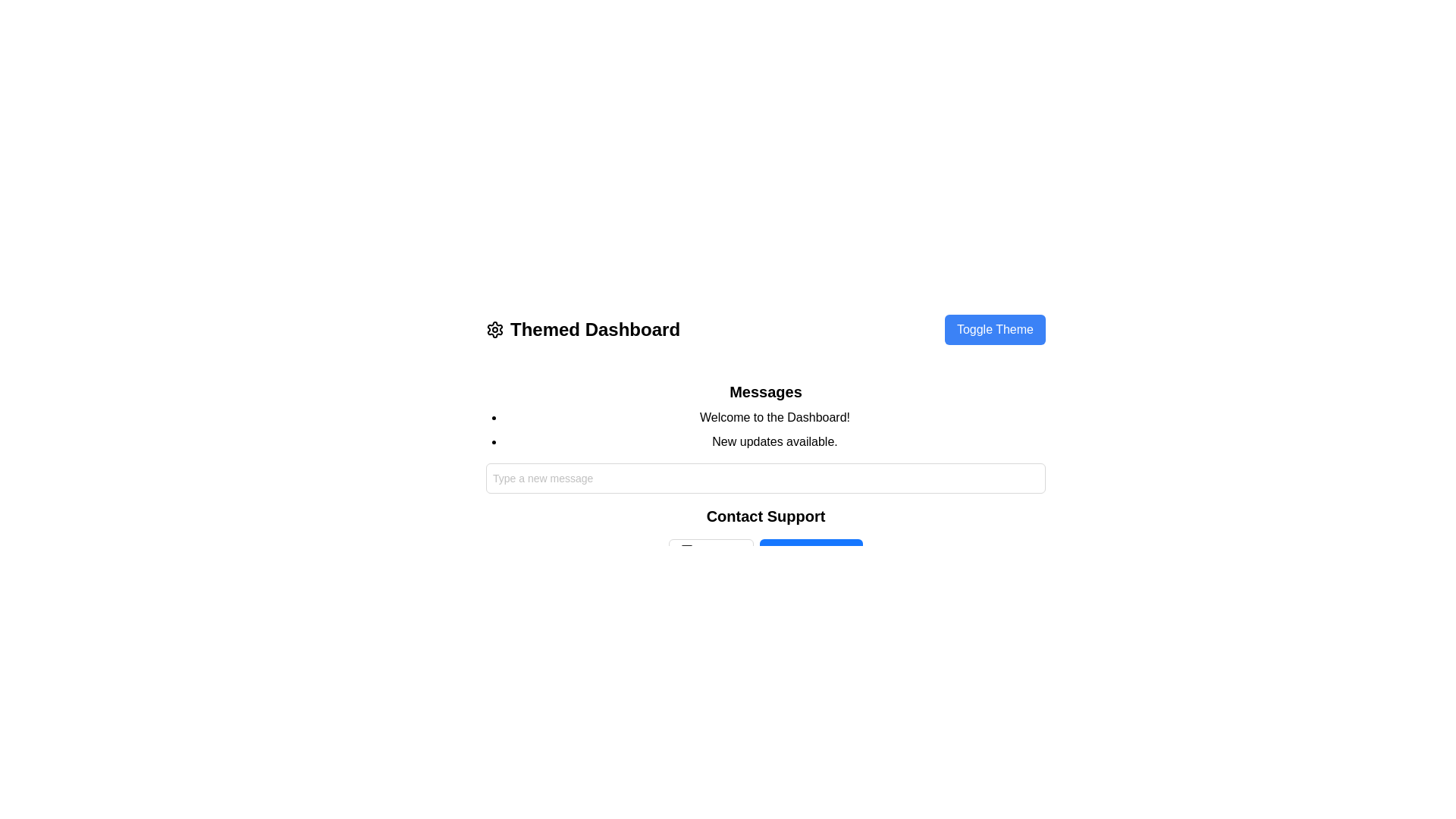 This screenshot has width=1456, height=819. What do you see at coordinates (811, 551) in the screenshot?
I see `the clickable Help Center button located below the 'Contact Support' section for accessibility navigation` at bounding box center [811, 551].